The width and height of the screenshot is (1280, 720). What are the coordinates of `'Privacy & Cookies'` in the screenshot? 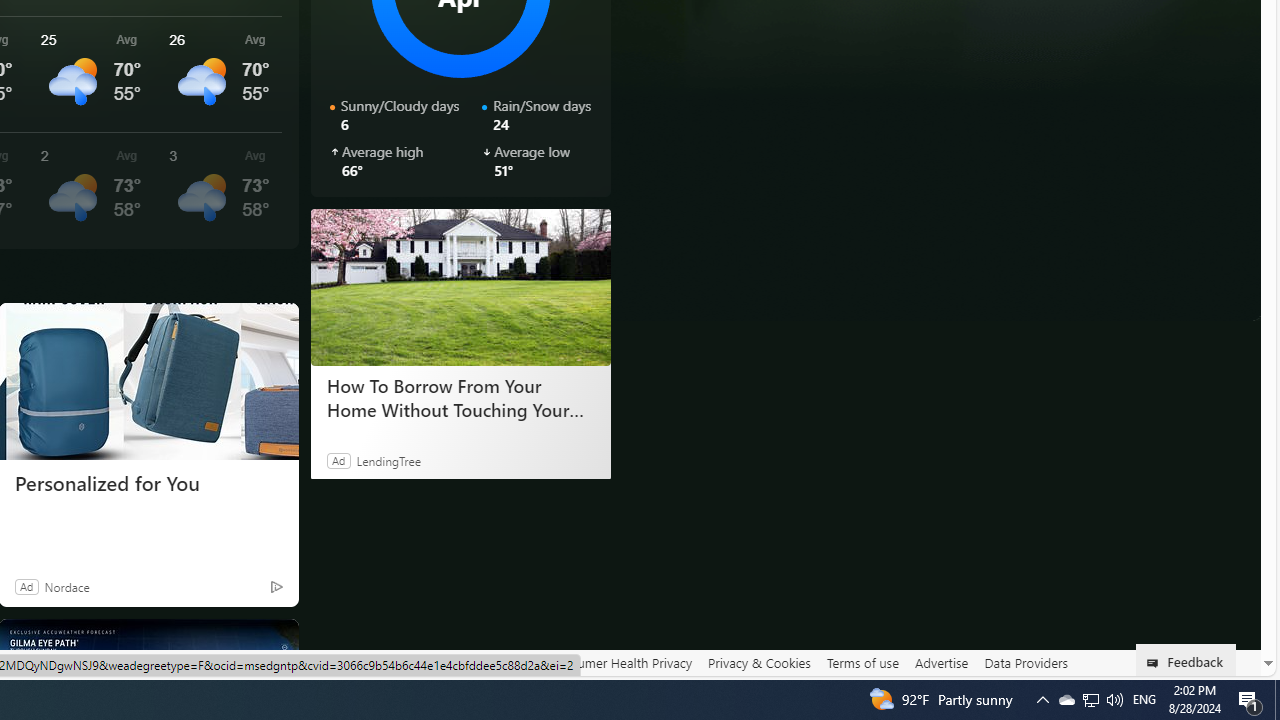 It's located at (758, 663).